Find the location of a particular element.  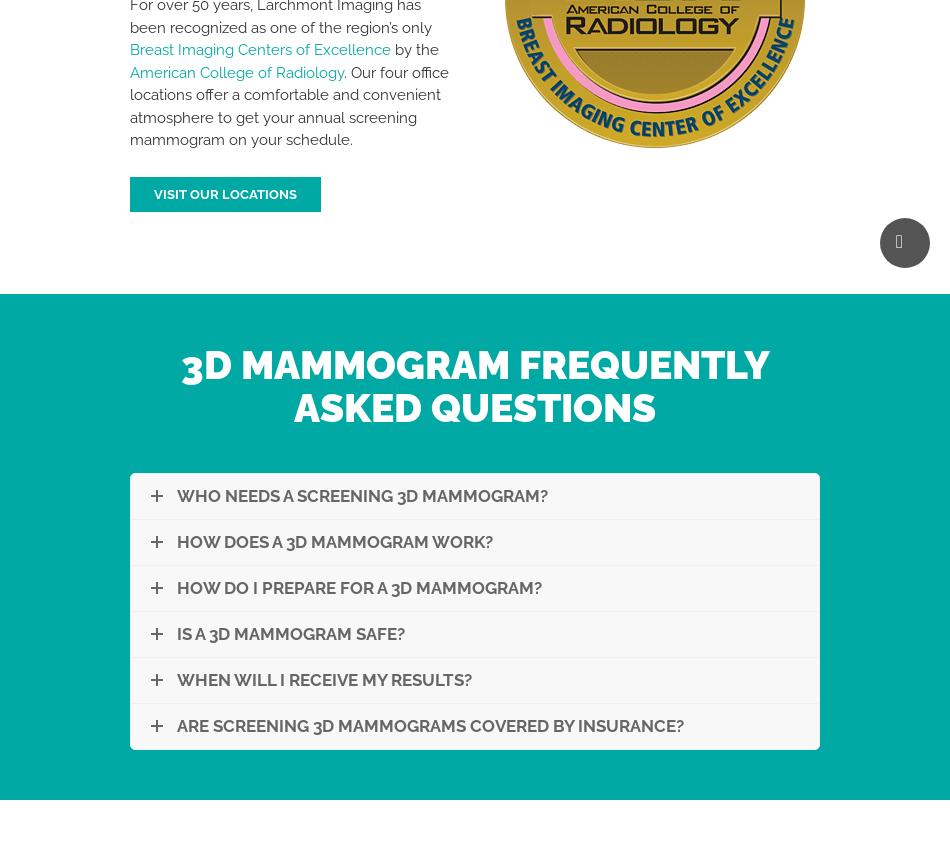

'How Do I Prepare for A 3D Mammogram?' is located at coordinates (358, 586).